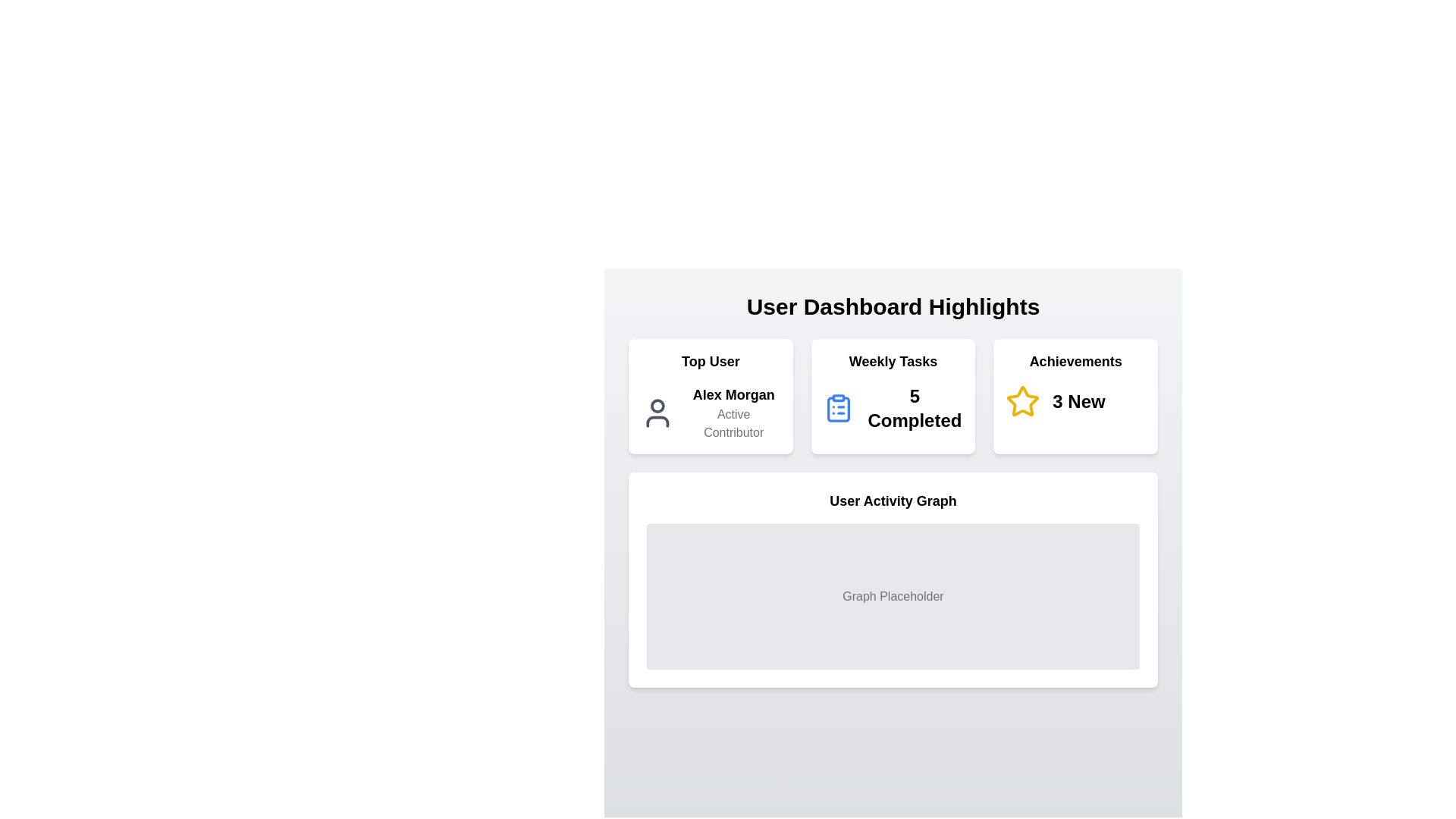 The height and width of the screenshot is (819, 1456). Describe the element at coordinates (1075, 362) in the screenshot. I see `the Text Label that serves as a header for the achievements card located at the top of the white card on the right-hand side in the 'User Dashboard Highlights' section, positioned above the star icon and the text '3 New'` at that location.